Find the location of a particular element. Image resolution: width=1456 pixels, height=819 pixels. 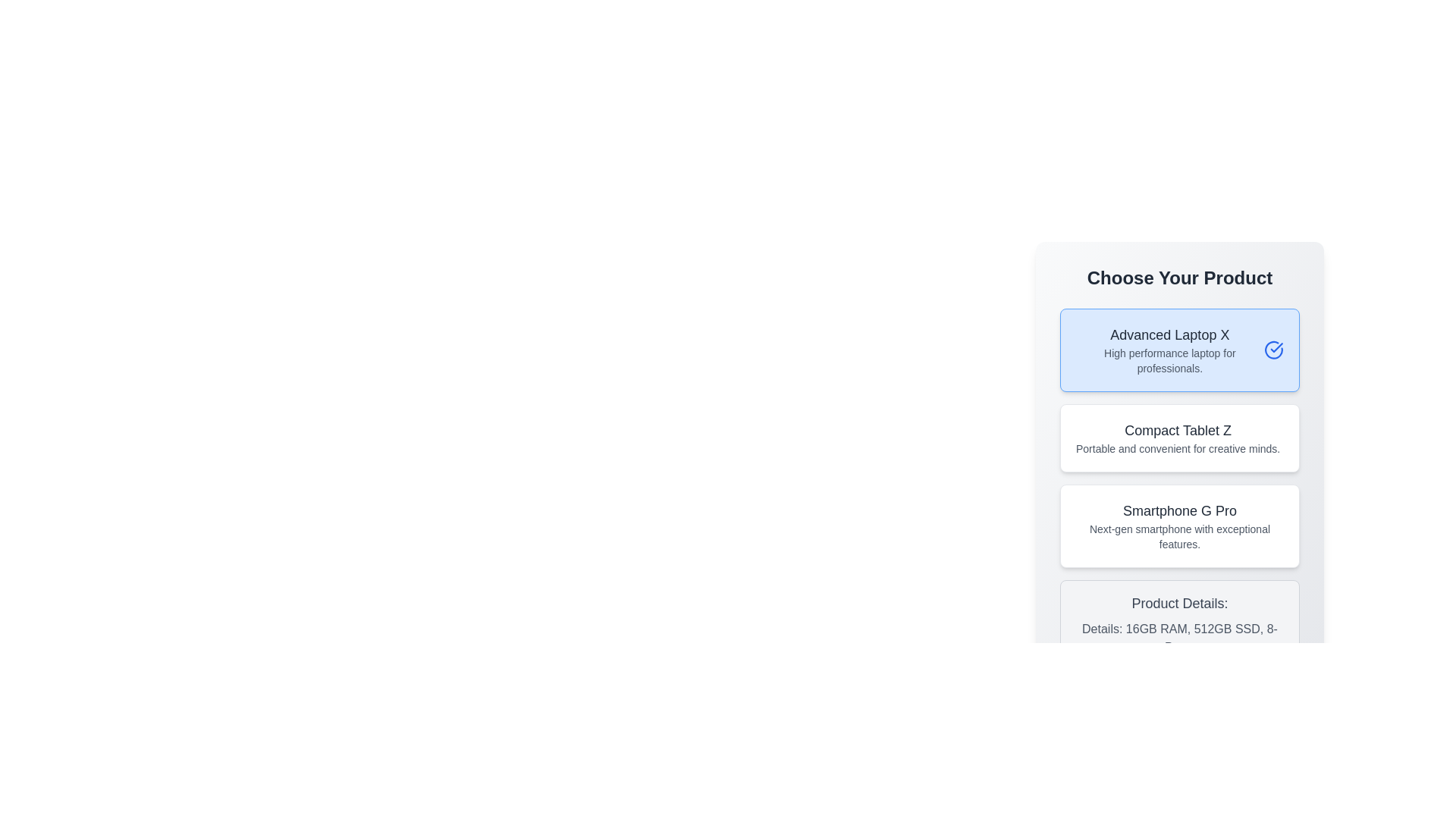

the first selectable card labeled 'Advanced Laptop X' in the product list is located at coordinates (1178, 350).